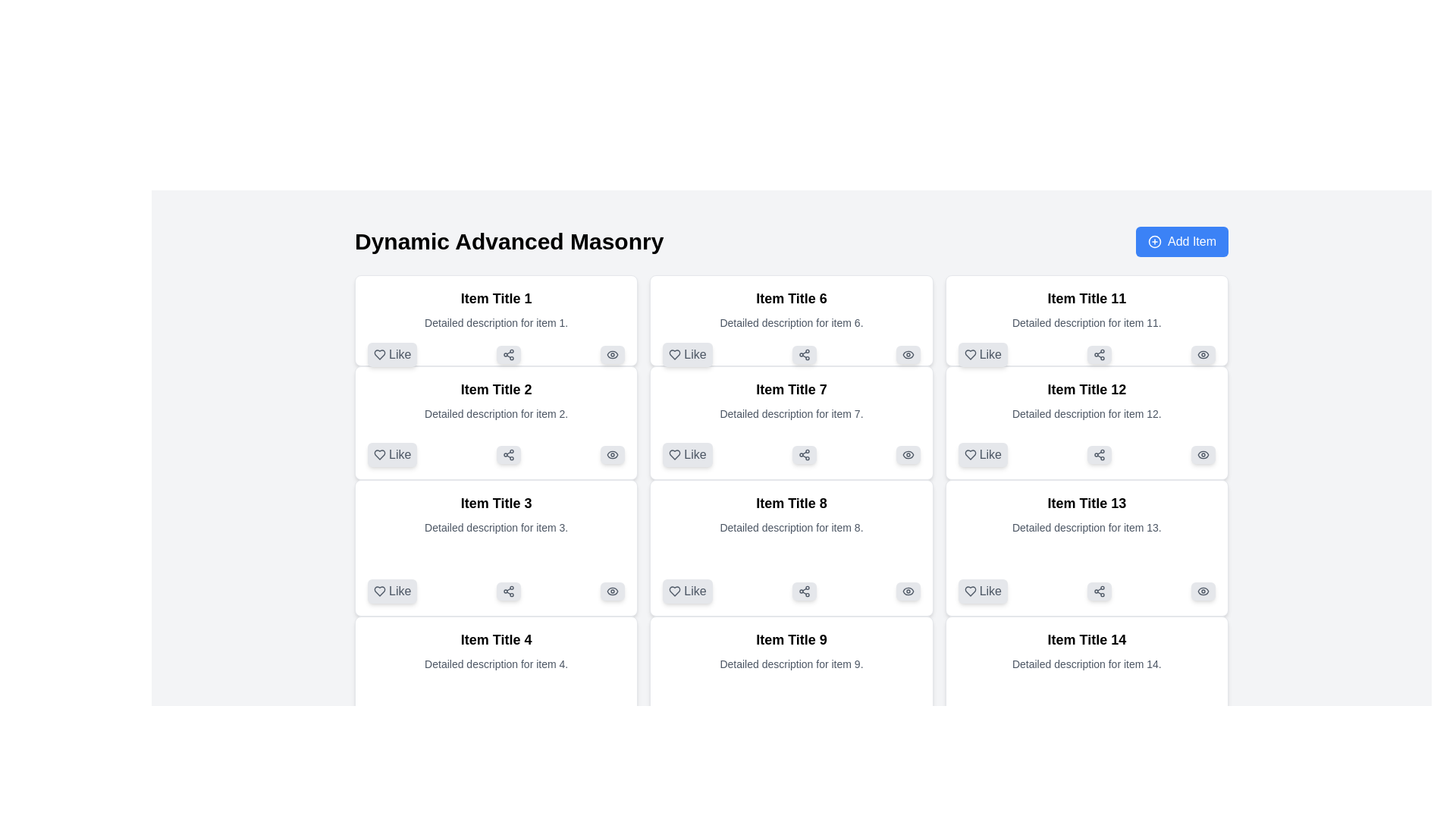  What do you see at coordinates (983, 454) in the screenshot?
I see `the appreciation button located at the bottom-left corner inside the card labeled 'Item Title 12'` at bounding box center [983, 454].